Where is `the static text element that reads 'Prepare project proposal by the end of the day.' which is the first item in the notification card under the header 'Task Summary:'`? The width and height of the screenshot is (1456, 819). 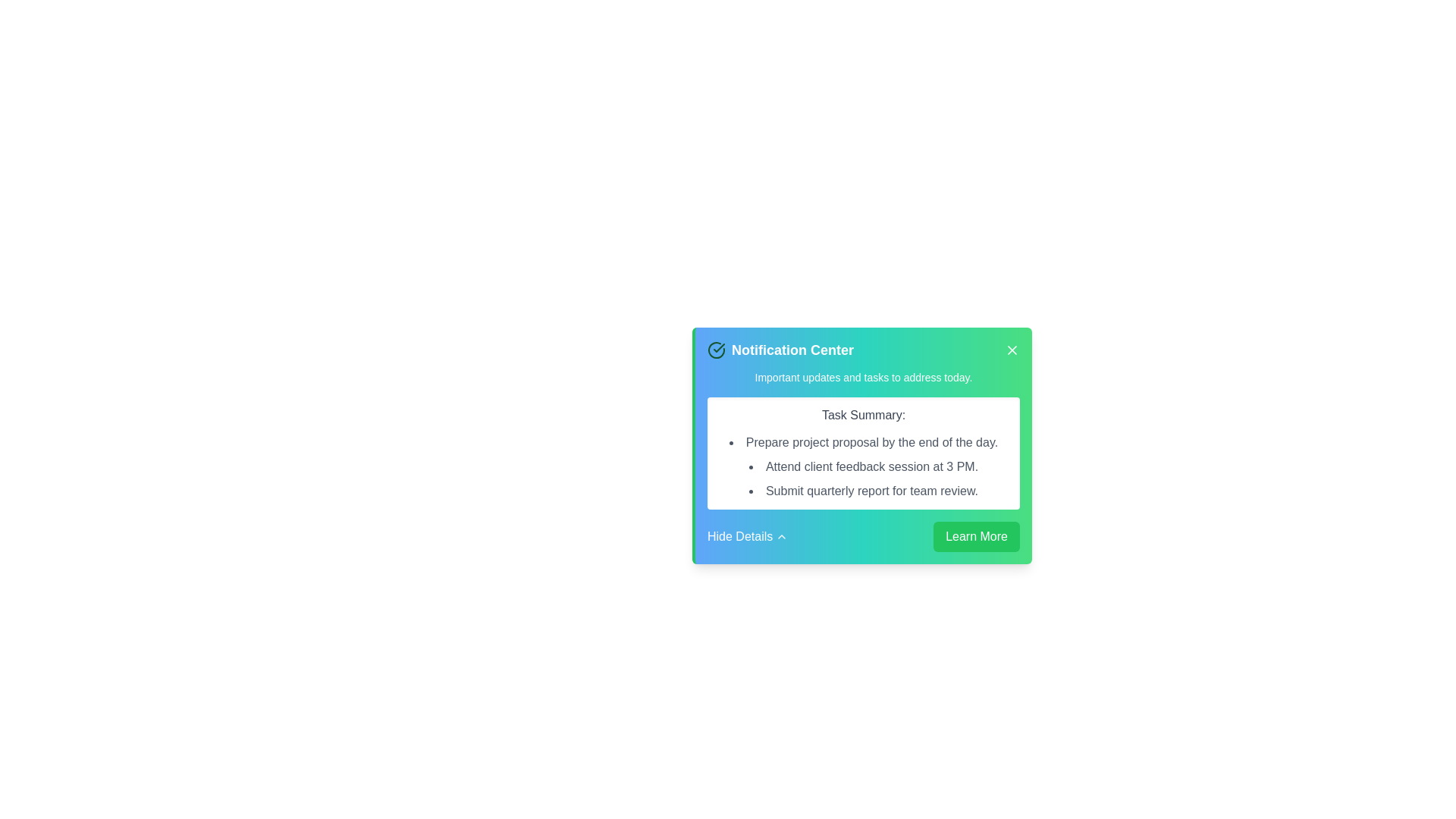 the static text element that reads 'Prepare project proposal by the end of the day.' which is the first item in the notification card under the header 'Task Summary:' is located at coordinates (863, 442).